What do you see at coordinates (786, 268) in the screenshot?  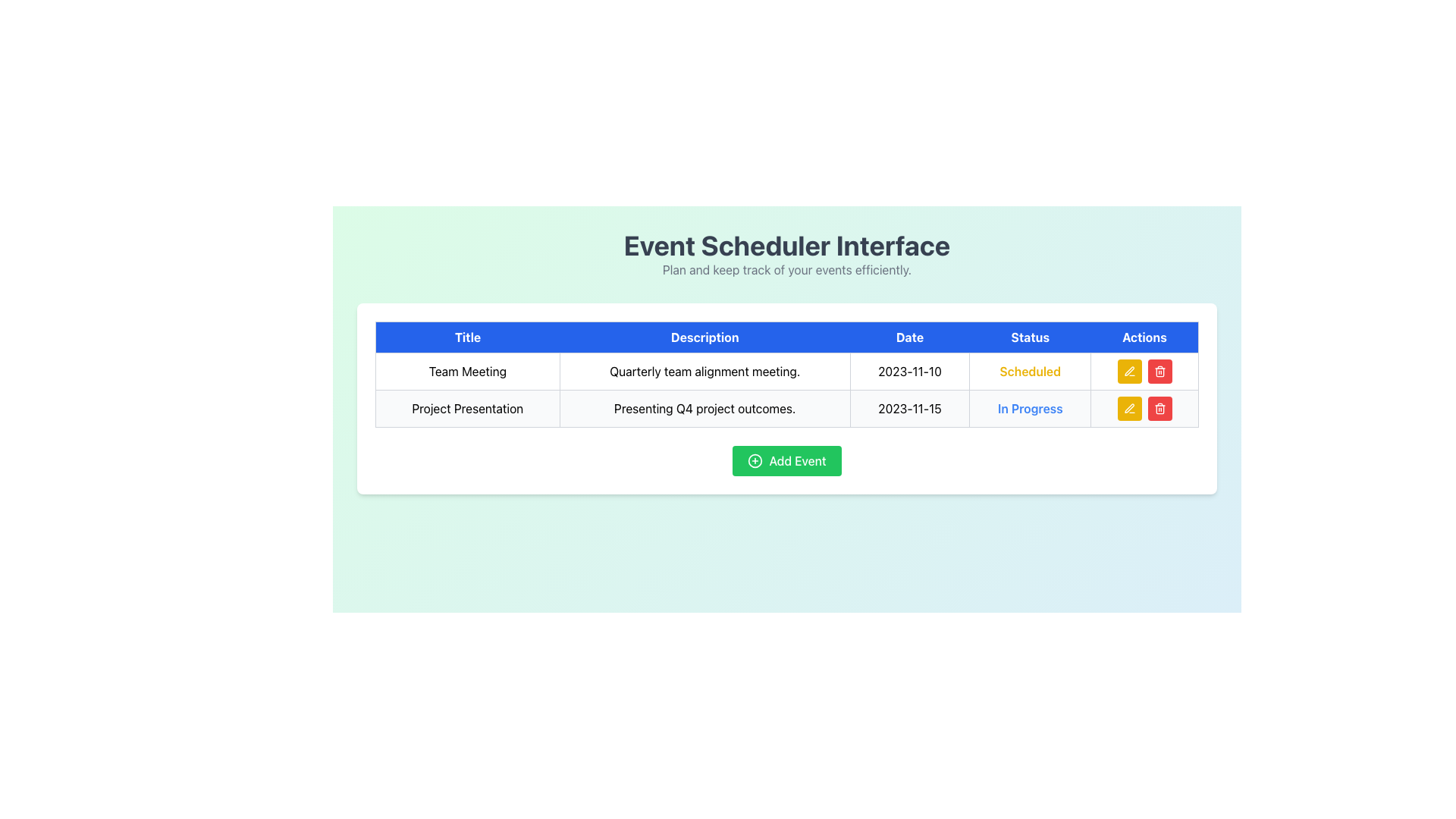 I see `the static text element located directly below the header text 'Event Scheduler Interface'` at bounding box center [786, 268].